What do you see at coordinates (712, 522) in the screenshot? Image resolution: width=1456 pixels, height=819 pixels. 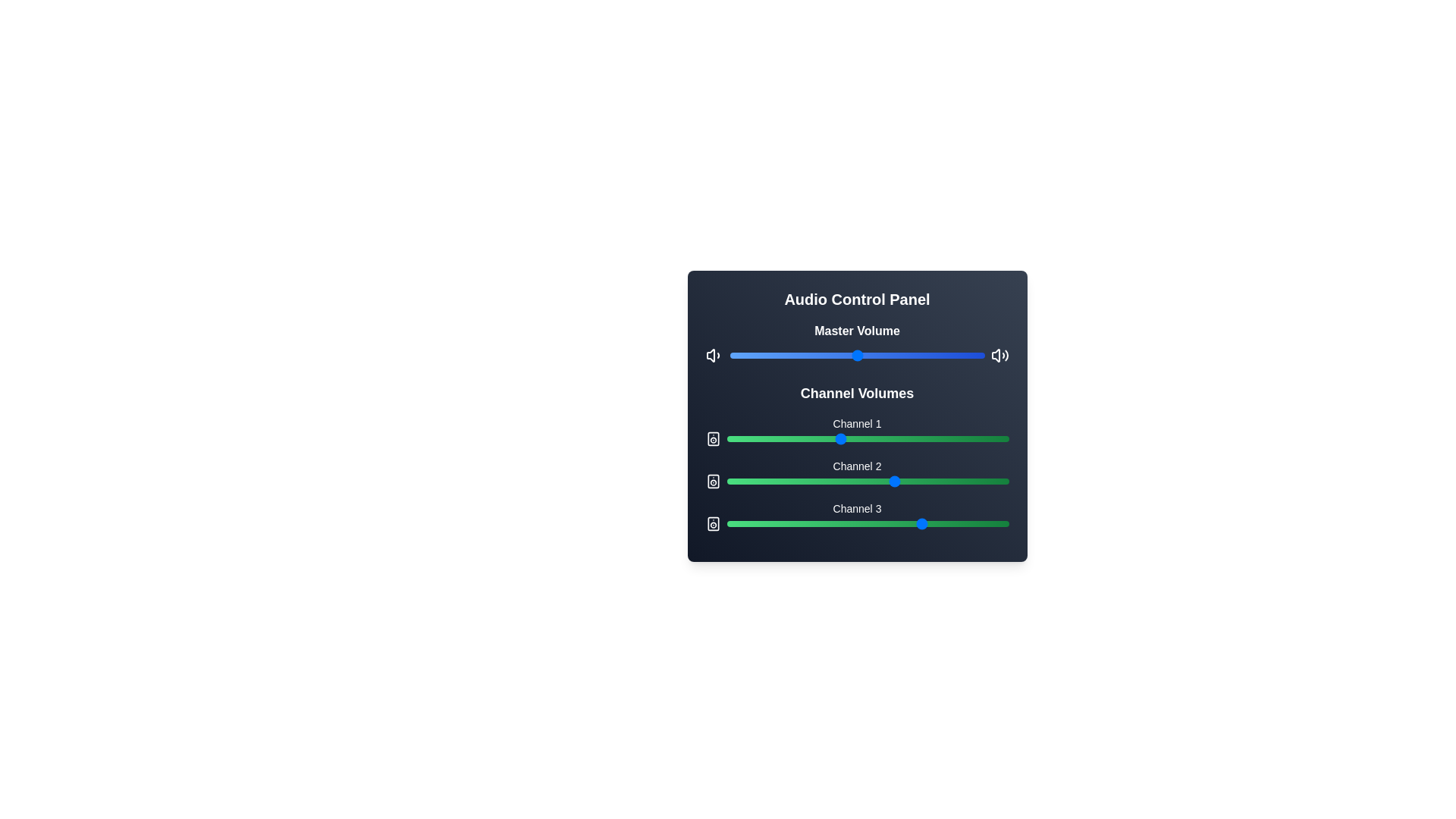 I see `the small speaker icon located on the left side of the third row in the 'Channel Volumes' section, which is styled with a thin stroke and has no fill` at bounding box center [712, 522].